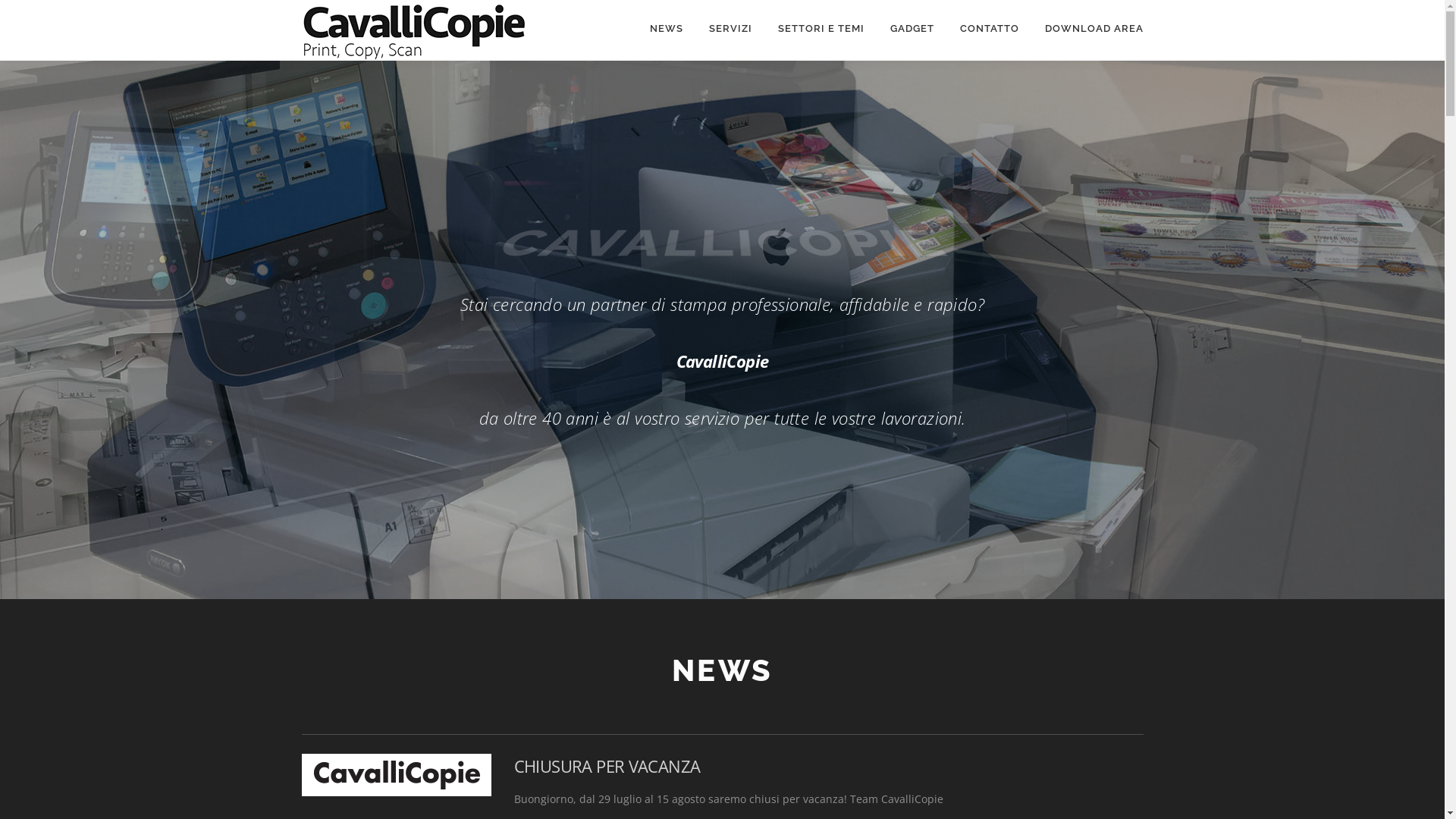  What do you see at coordinates (1086, 28) in the screenshot?
I see `'DOWNLOAD AREA'` at bounding box center [1086, 28].